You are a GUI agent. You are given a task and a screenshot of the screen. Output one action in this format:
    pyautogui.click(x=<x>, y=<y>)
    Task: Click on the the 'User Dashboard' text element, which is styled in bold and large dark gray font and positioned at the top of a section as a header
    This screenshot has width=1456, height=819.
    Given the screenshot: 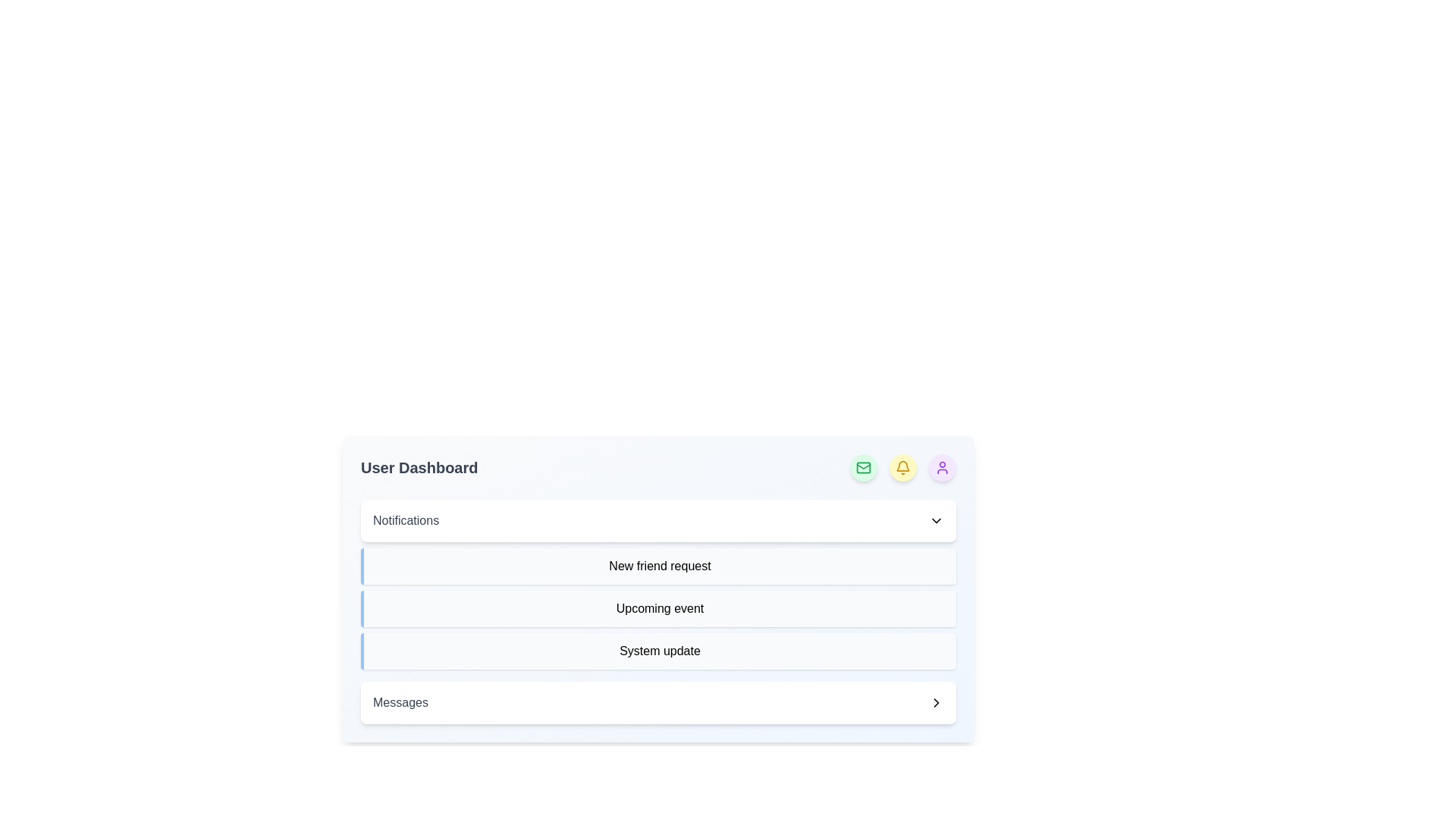 What is the action you would take?
    pyautogui.click(x=419, y=467)
    